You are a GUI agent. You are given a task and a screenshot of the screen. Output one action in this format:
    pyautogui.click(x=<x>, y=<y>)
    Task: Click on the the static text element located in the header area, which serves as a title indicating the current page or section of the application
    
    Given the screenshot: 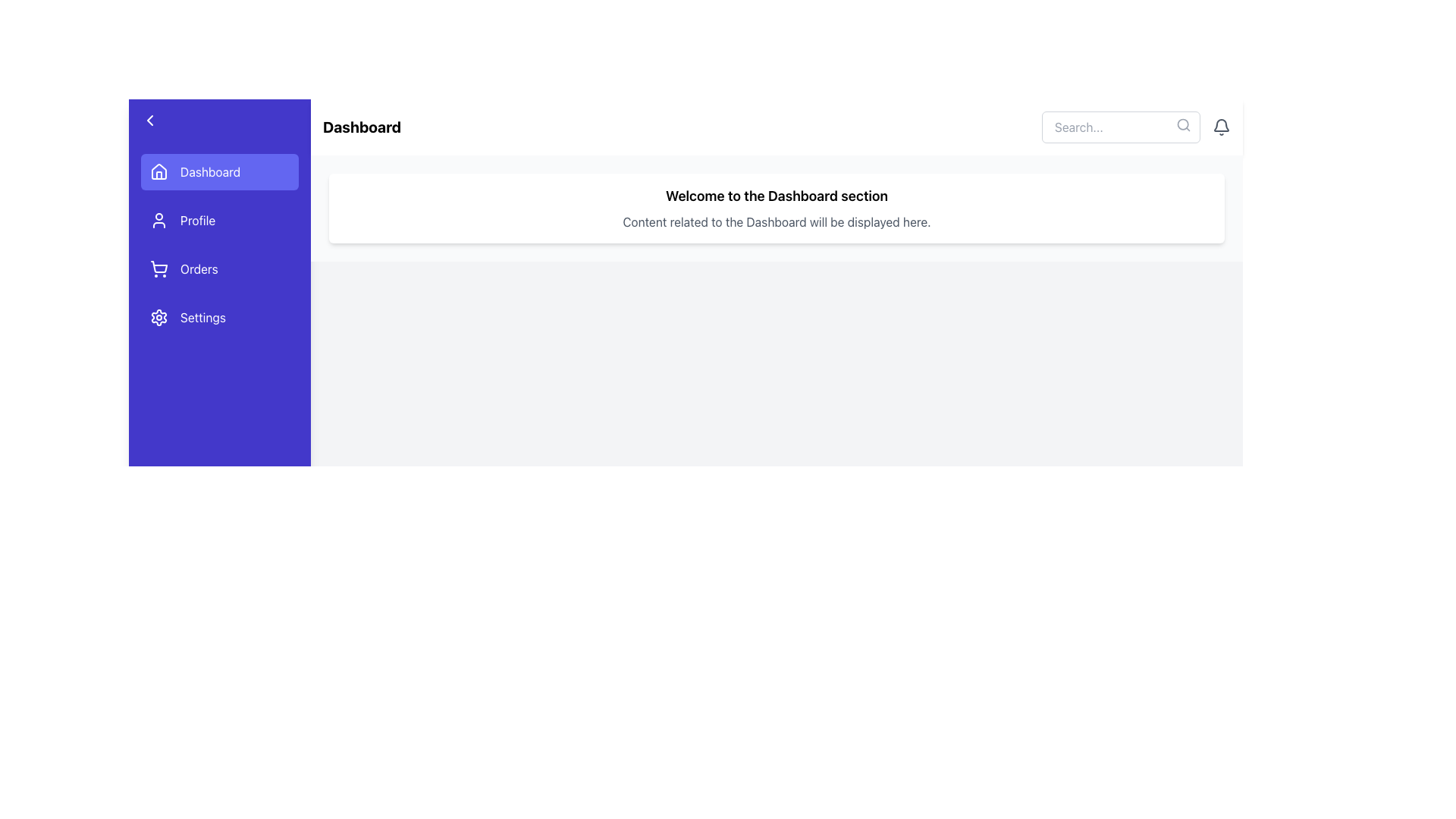 What is the action you would take?
    pyautogui.click(x=361, y=127)
    